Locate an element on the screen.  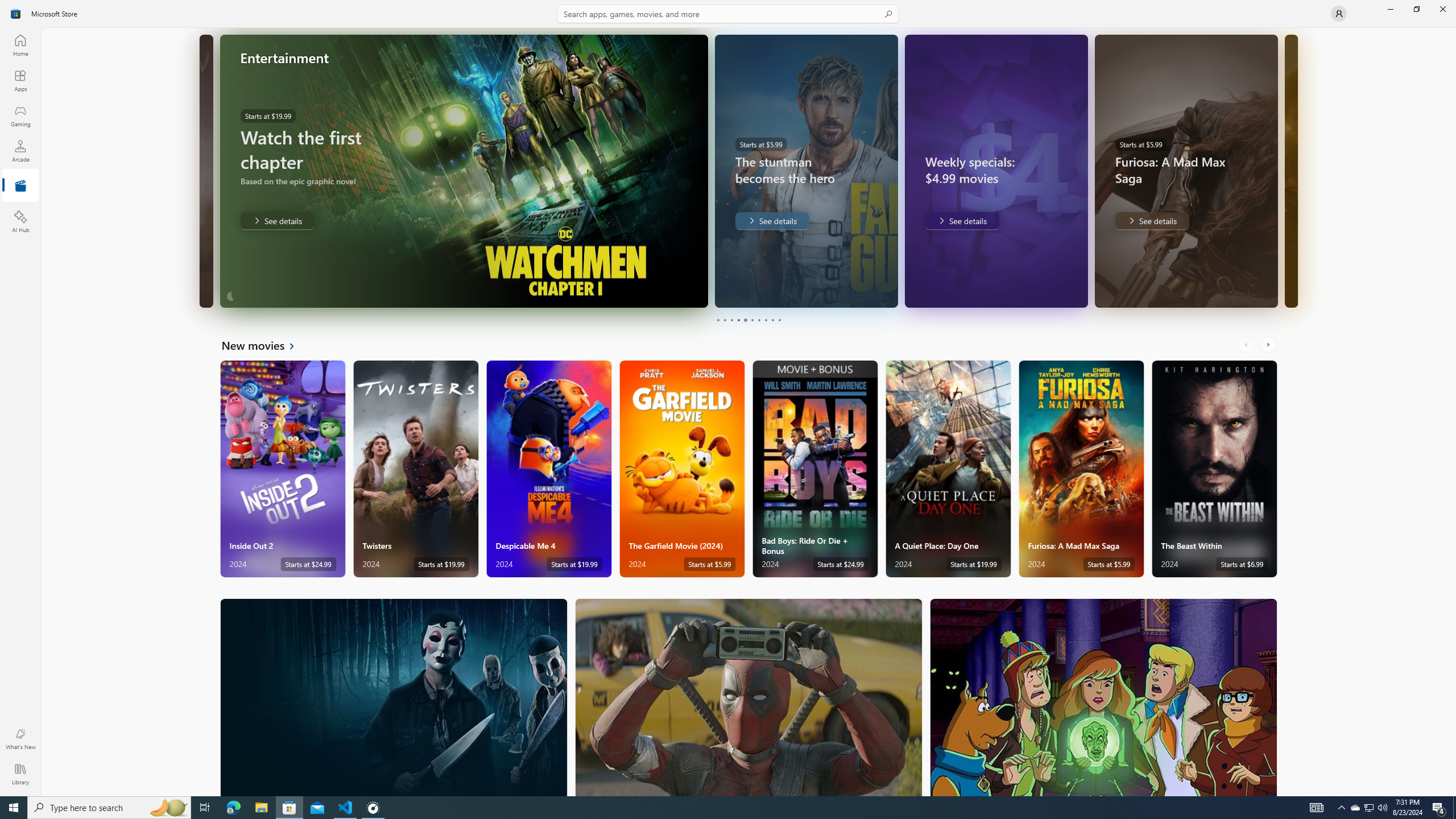
'Page 7' is located at coordinates (758, 320).